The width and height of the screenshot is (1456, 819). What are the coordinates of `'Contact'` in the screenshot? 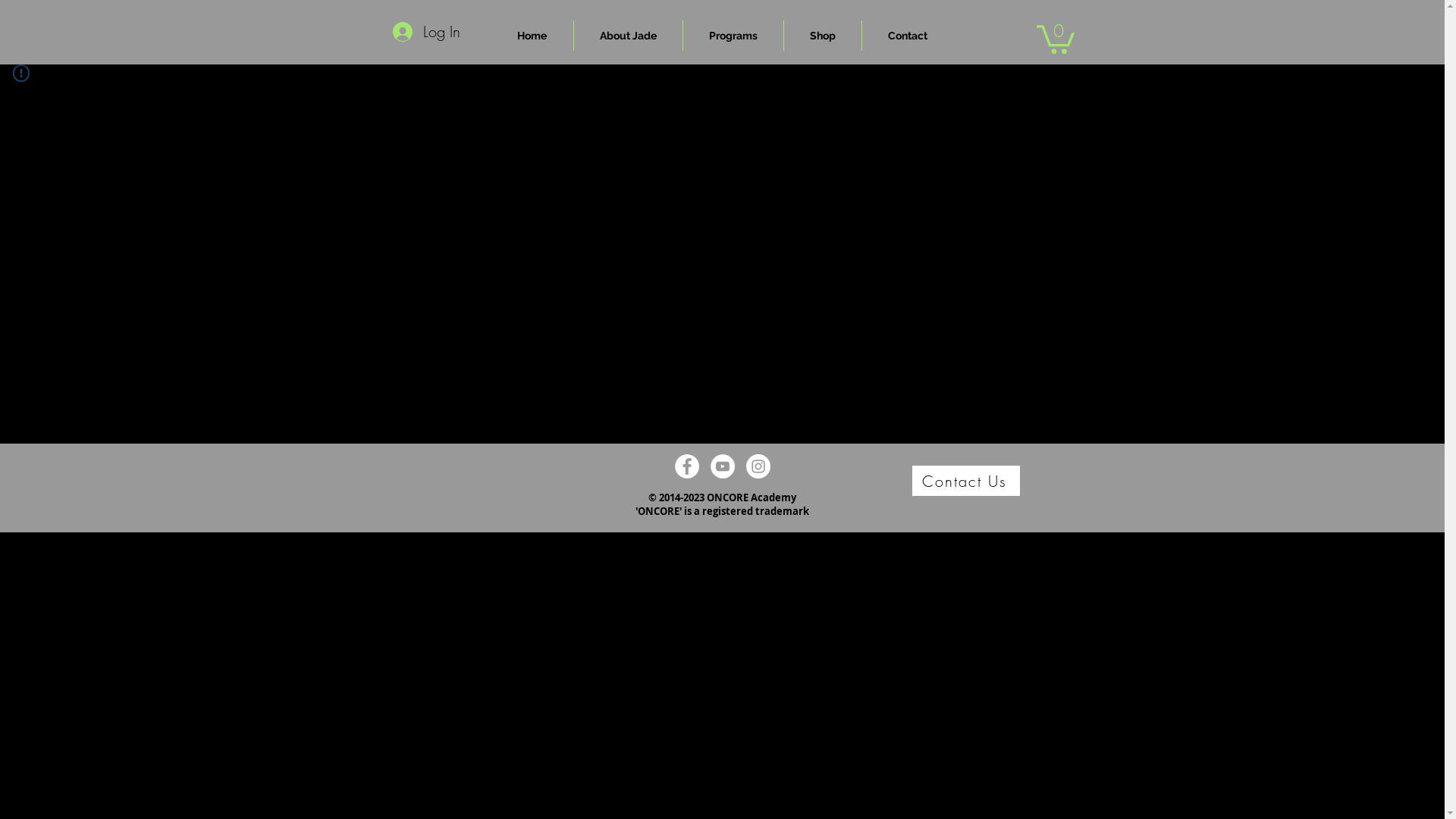 It's located at (906, 34).